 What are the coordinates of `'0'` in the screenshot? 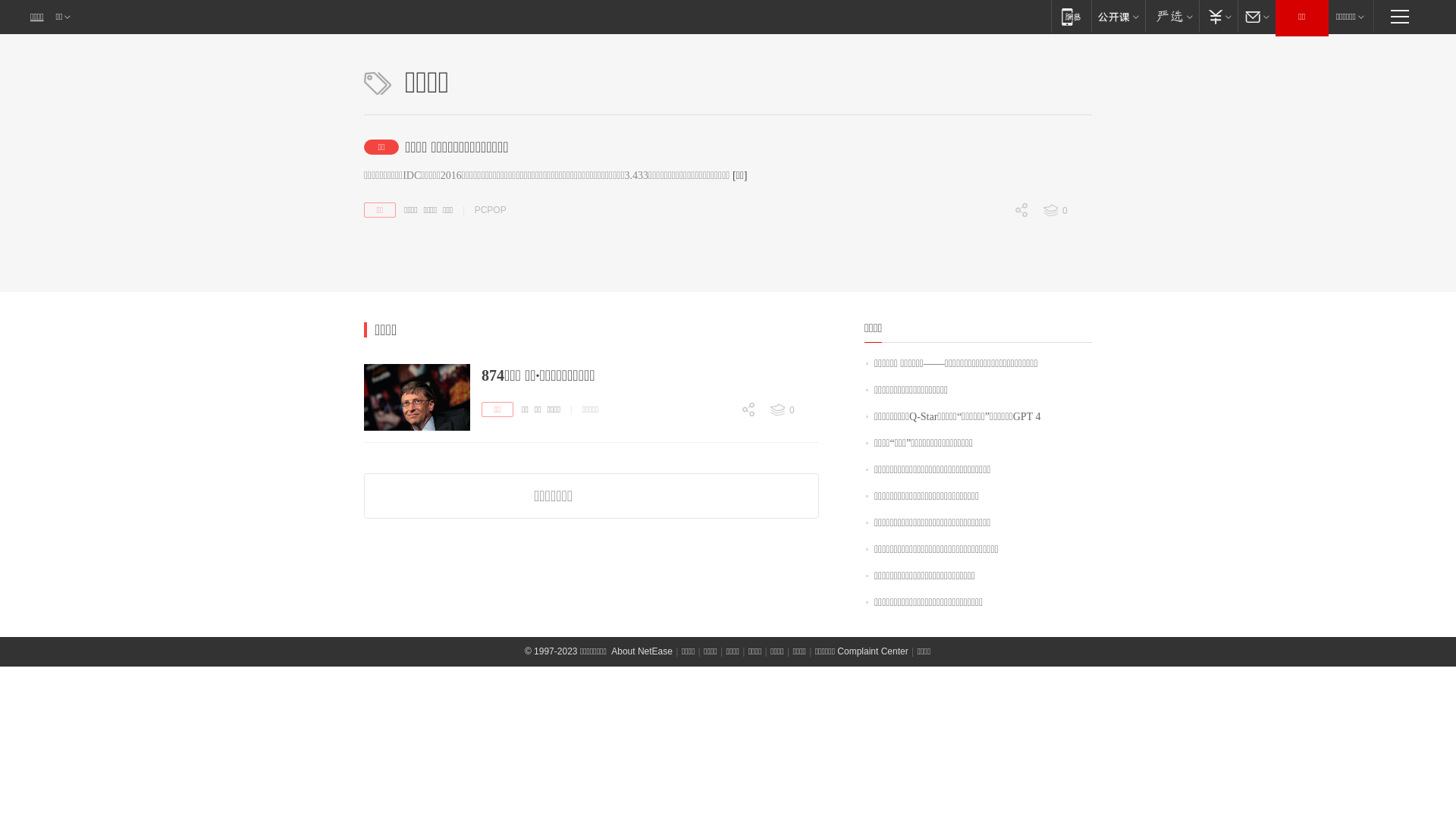 It's located at (717, 436).